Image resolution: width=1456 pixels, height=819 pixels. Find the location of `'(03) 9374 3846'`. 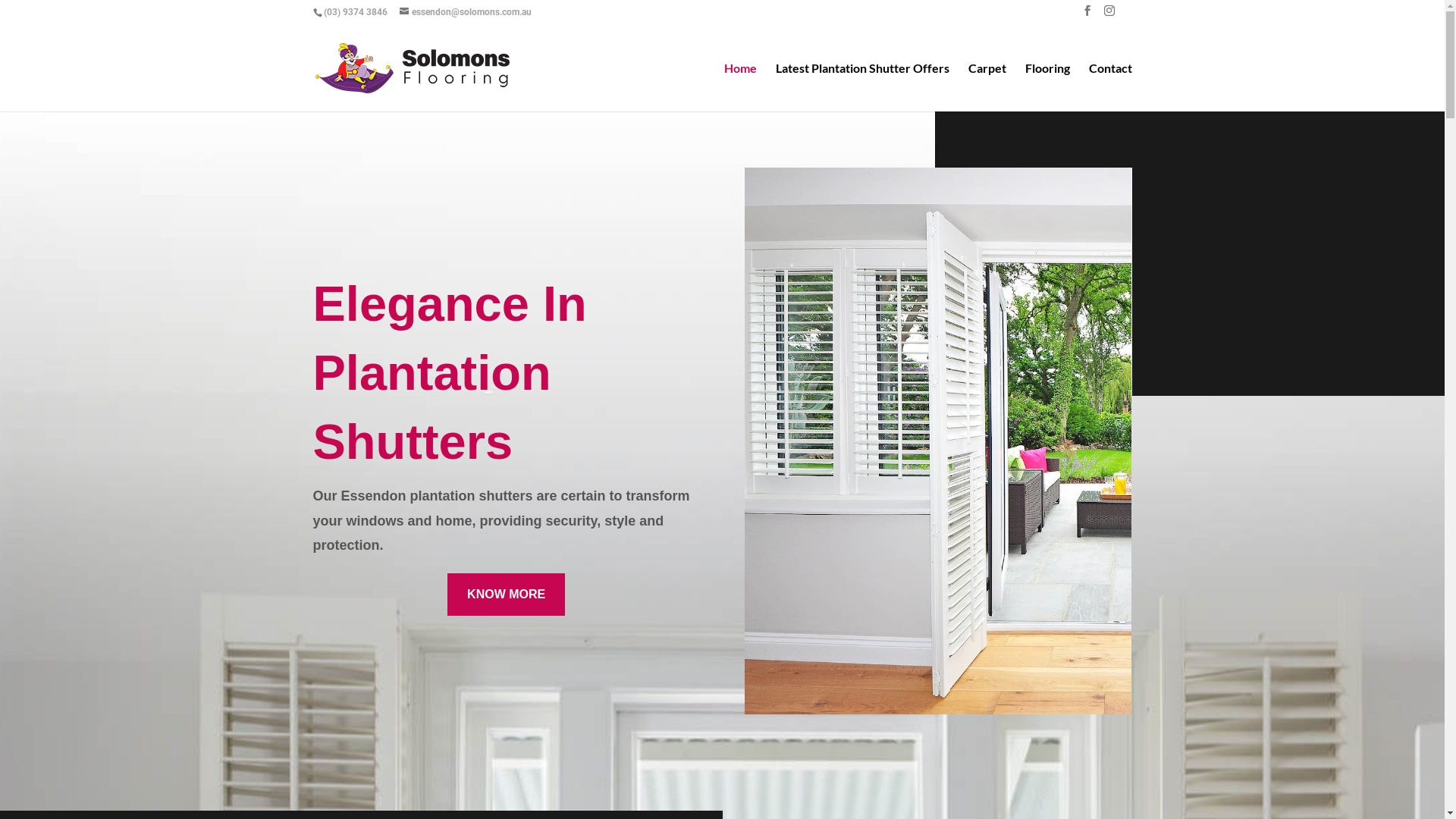

'(03) 9374 3846' is located at coordinates (353, 11).